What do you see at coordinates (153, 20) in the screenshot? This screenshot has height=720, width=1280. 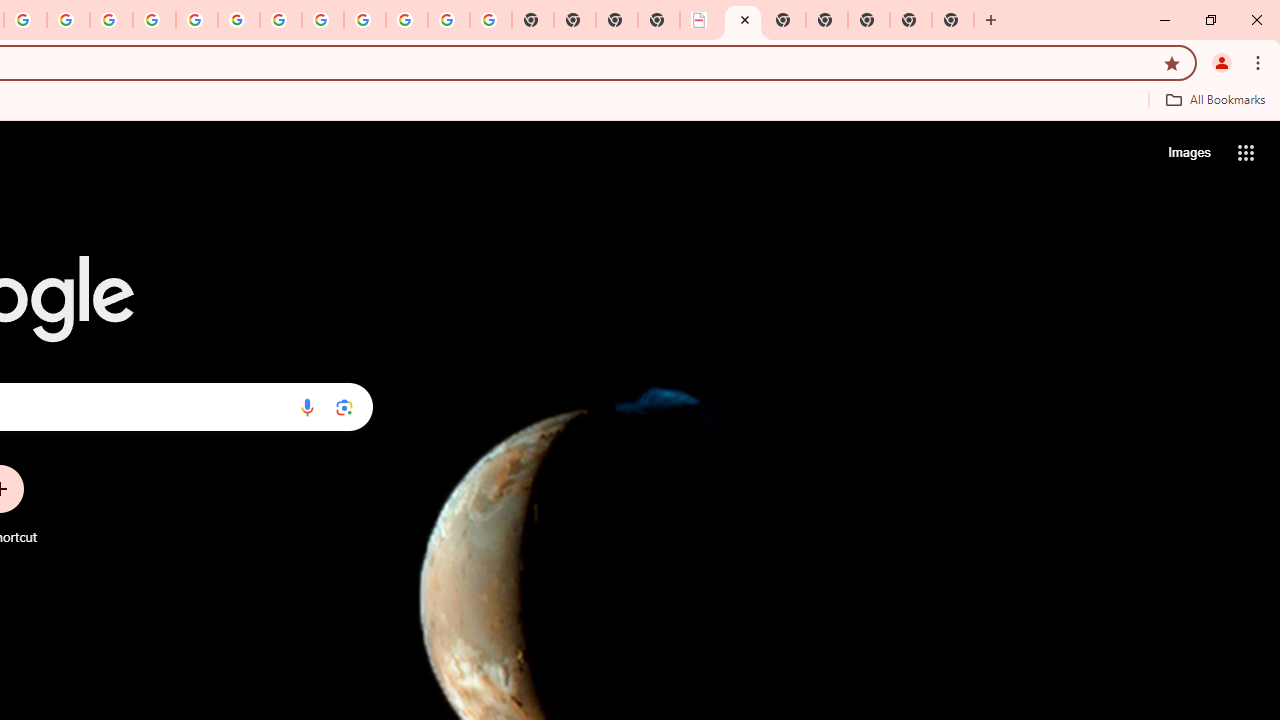 I see `'Privacy Help Center - Policies Help'` at bounding box center [153, 20].